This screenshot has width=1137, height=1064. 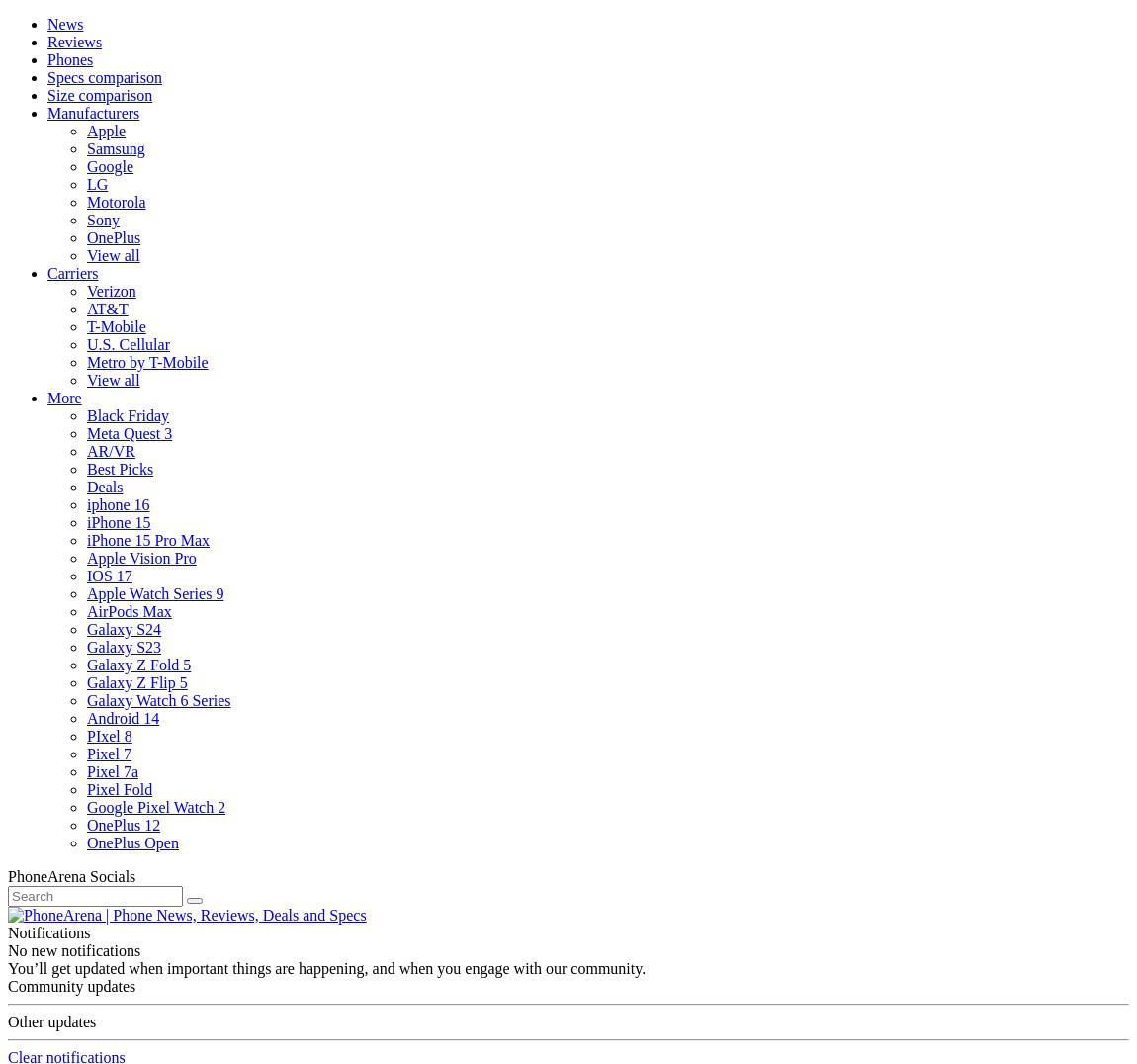 What do you see at coordinates (114, 148) in the screenshot?
I see `'Samsung'` at bounding box center [114, 148].